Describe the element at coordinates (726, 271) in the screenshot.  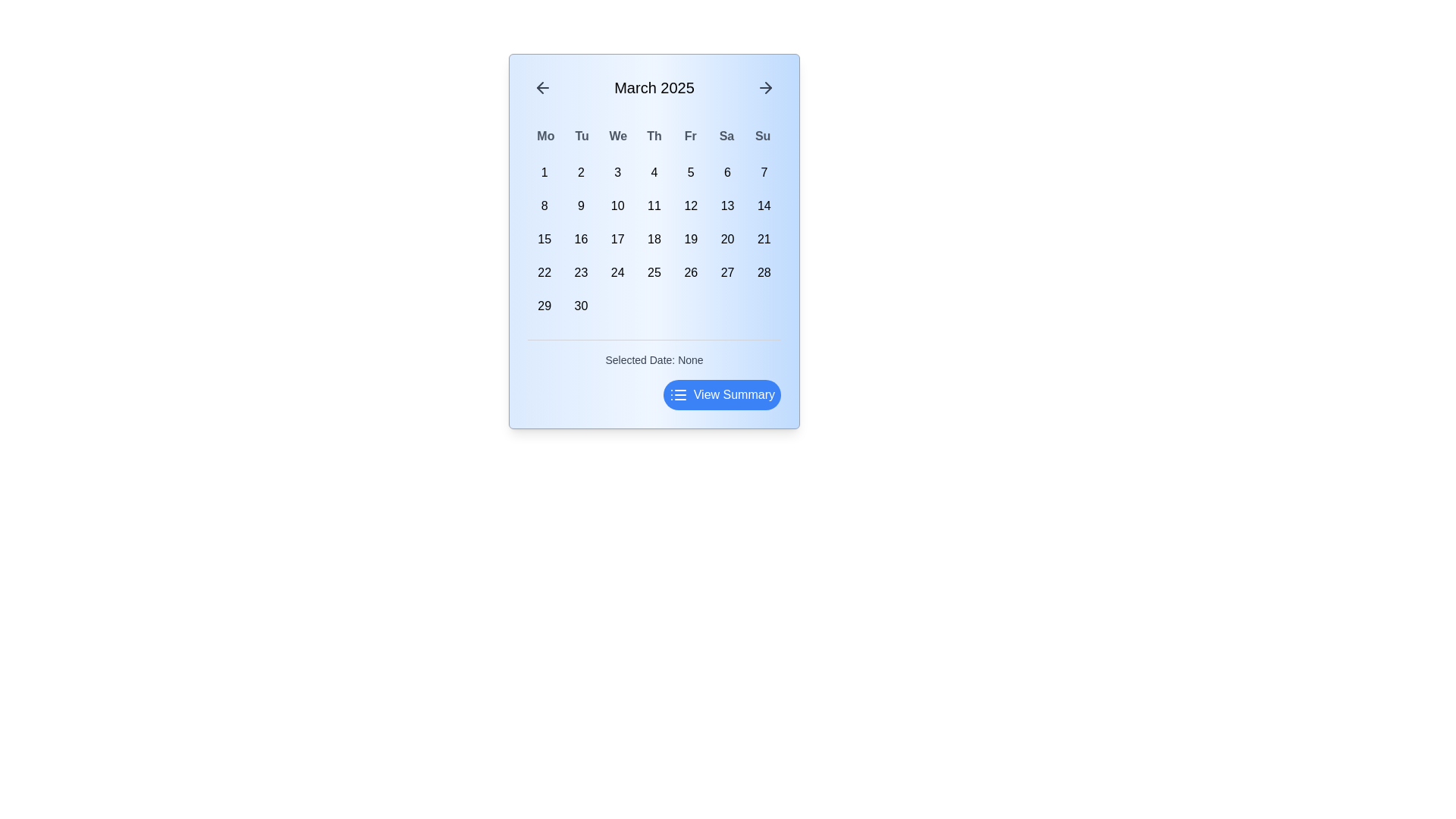
I see `the circular button labeled '27' in the calendar grid interface` at that location.